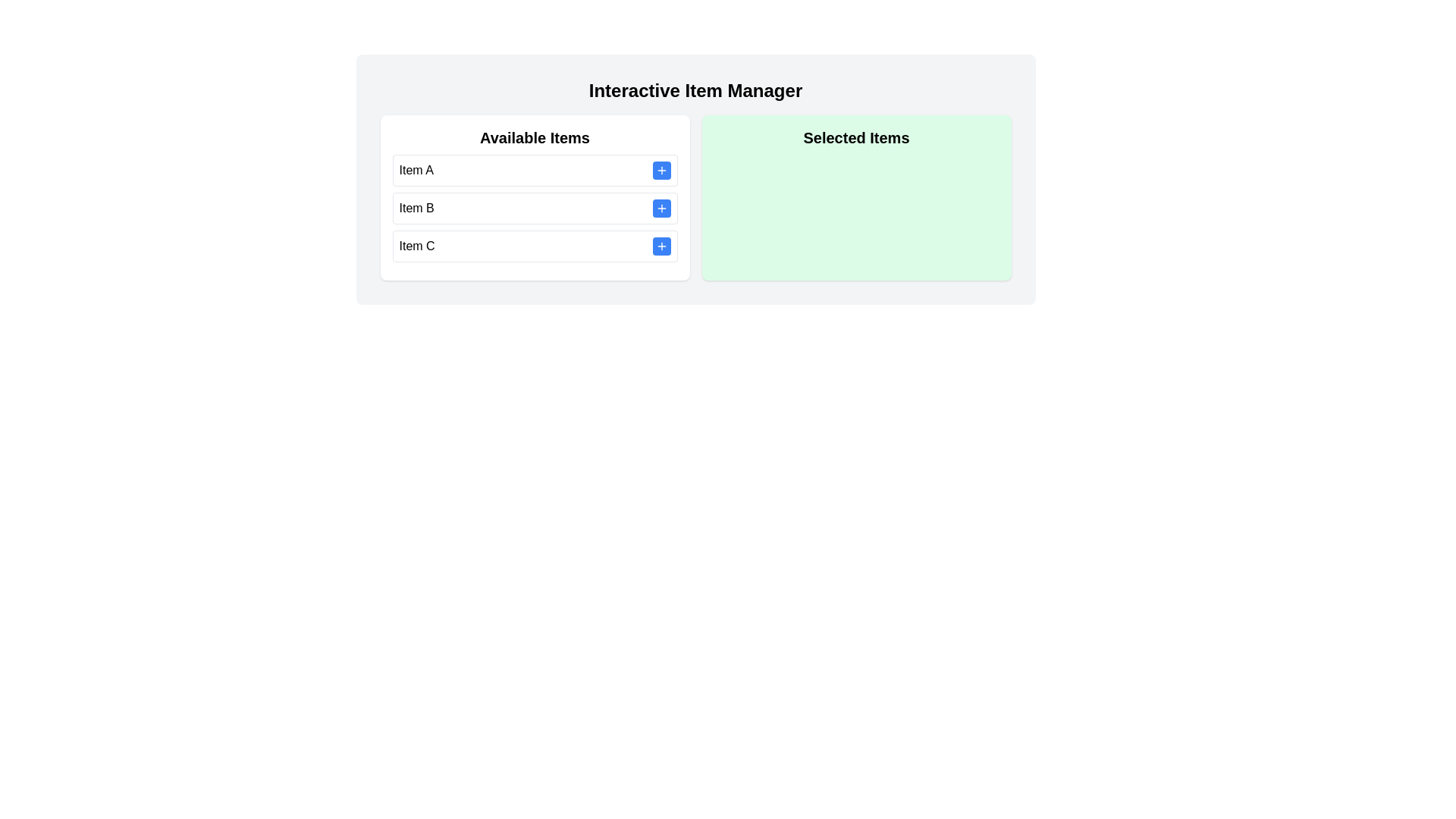  I want to click on the button located in the lower portion of the 'Available Items' section, to the right of 'Item C', which is the third button in a vertical list, so click(661, 245).